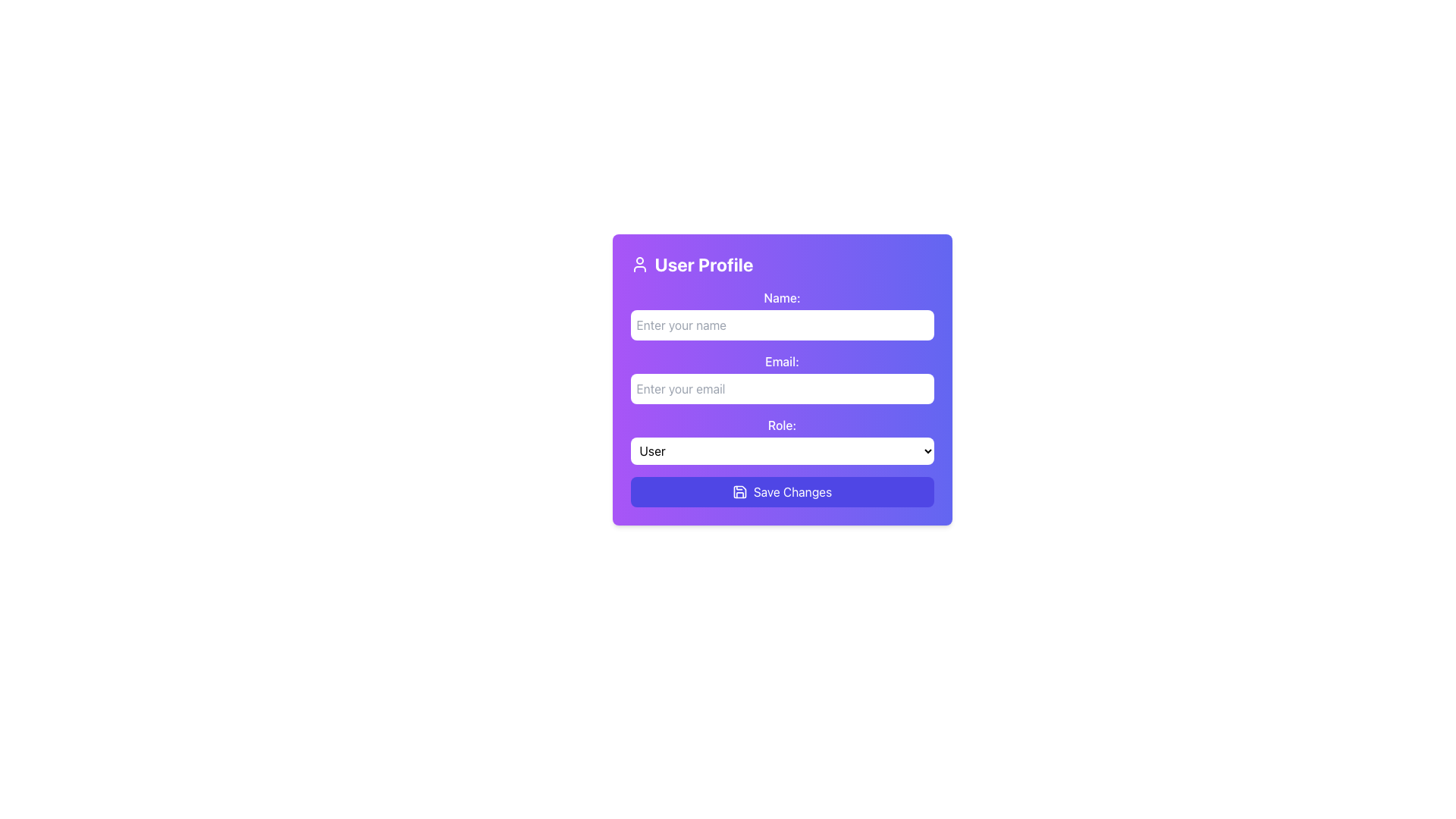 Image resolution: width=1456 pixels, height=819 pixels. I want to click on the text label displaying 'Role:' in white font, which is located above the dropdown input field labeled 'User' in the 'User Profile' section, so click(782, 425).